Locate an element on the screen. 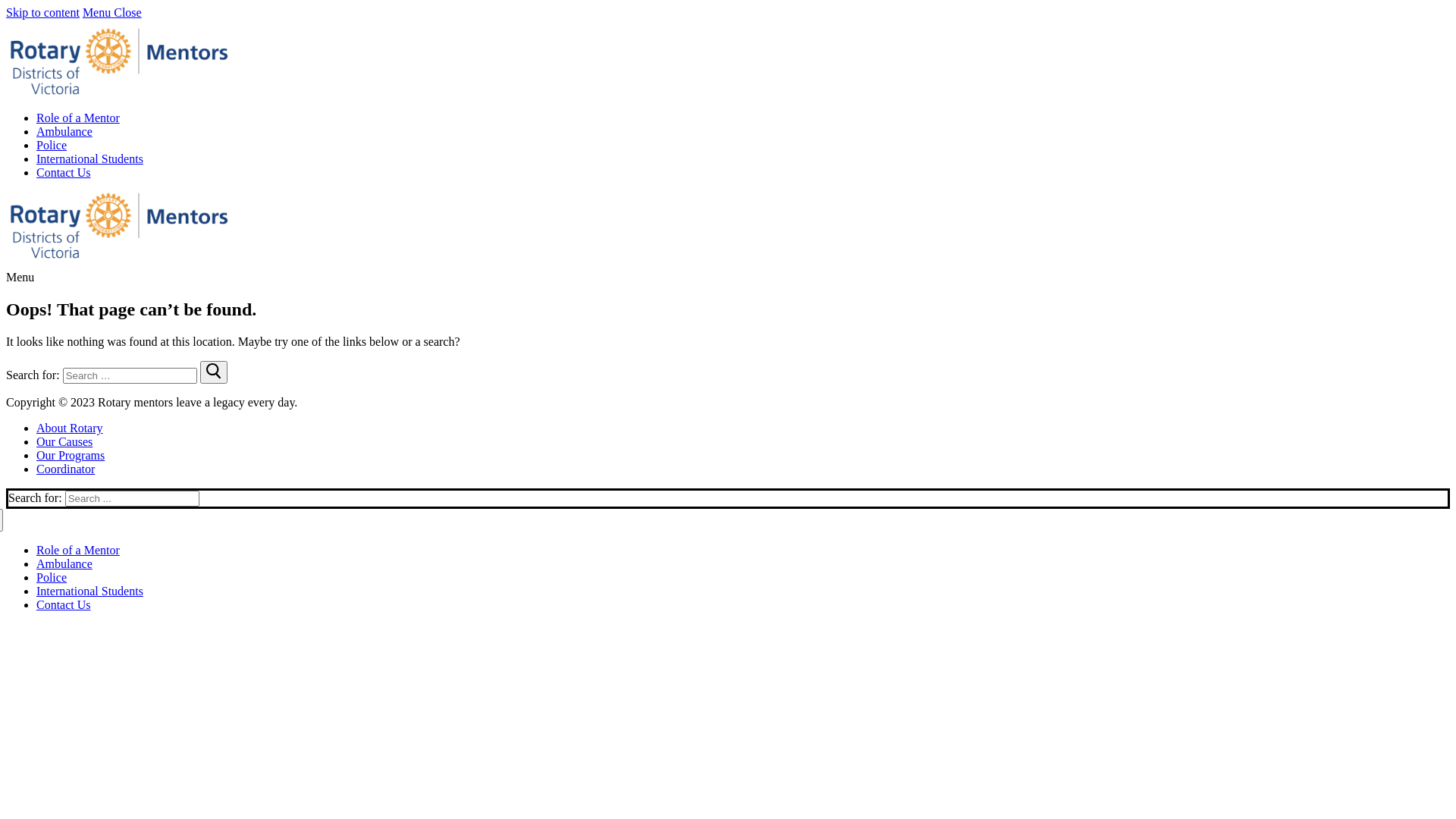  'Menu Close' is located at coordinates (111, 12).